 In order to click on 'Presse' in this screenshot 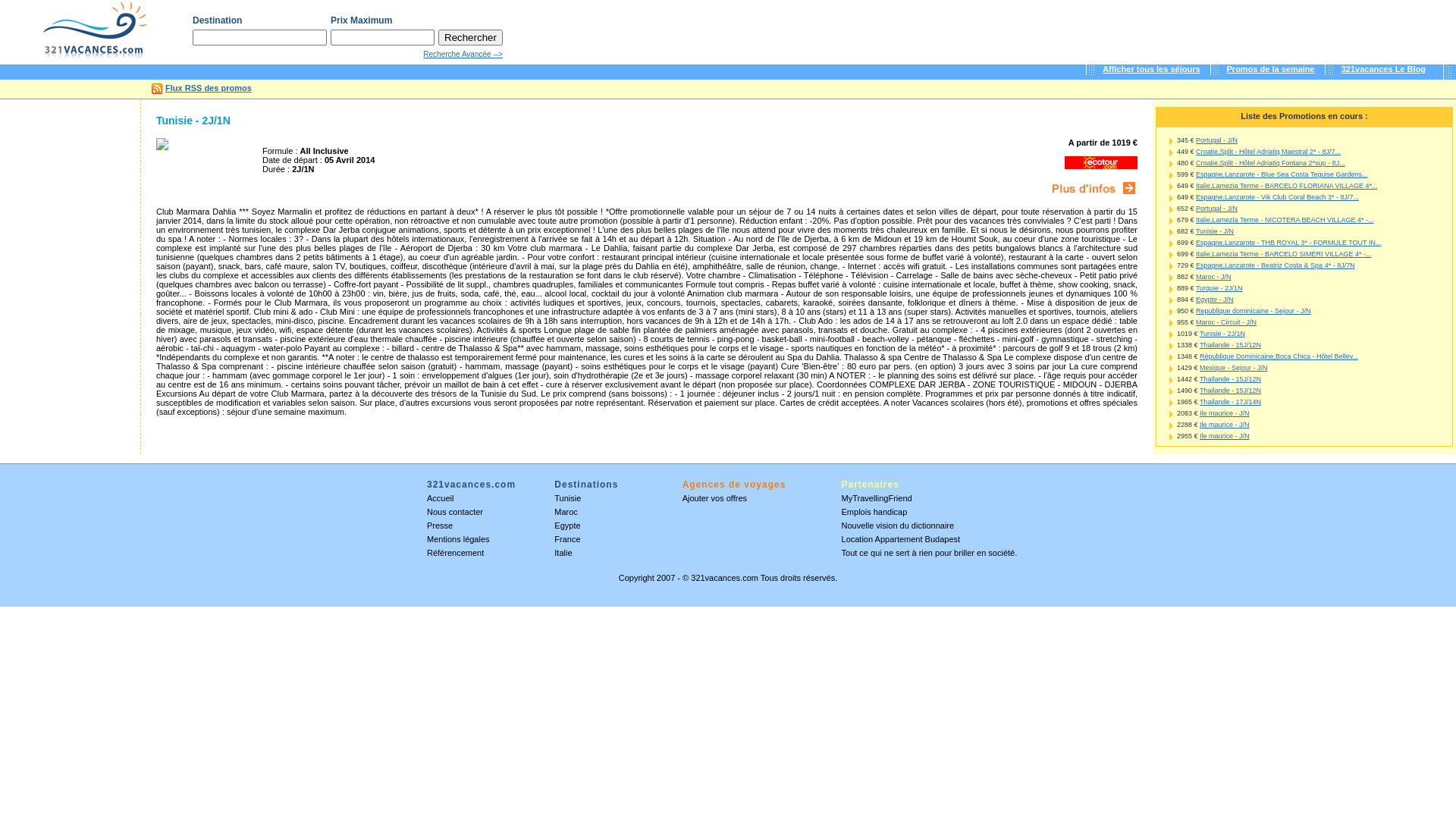, I will do `click(439, 525)`.